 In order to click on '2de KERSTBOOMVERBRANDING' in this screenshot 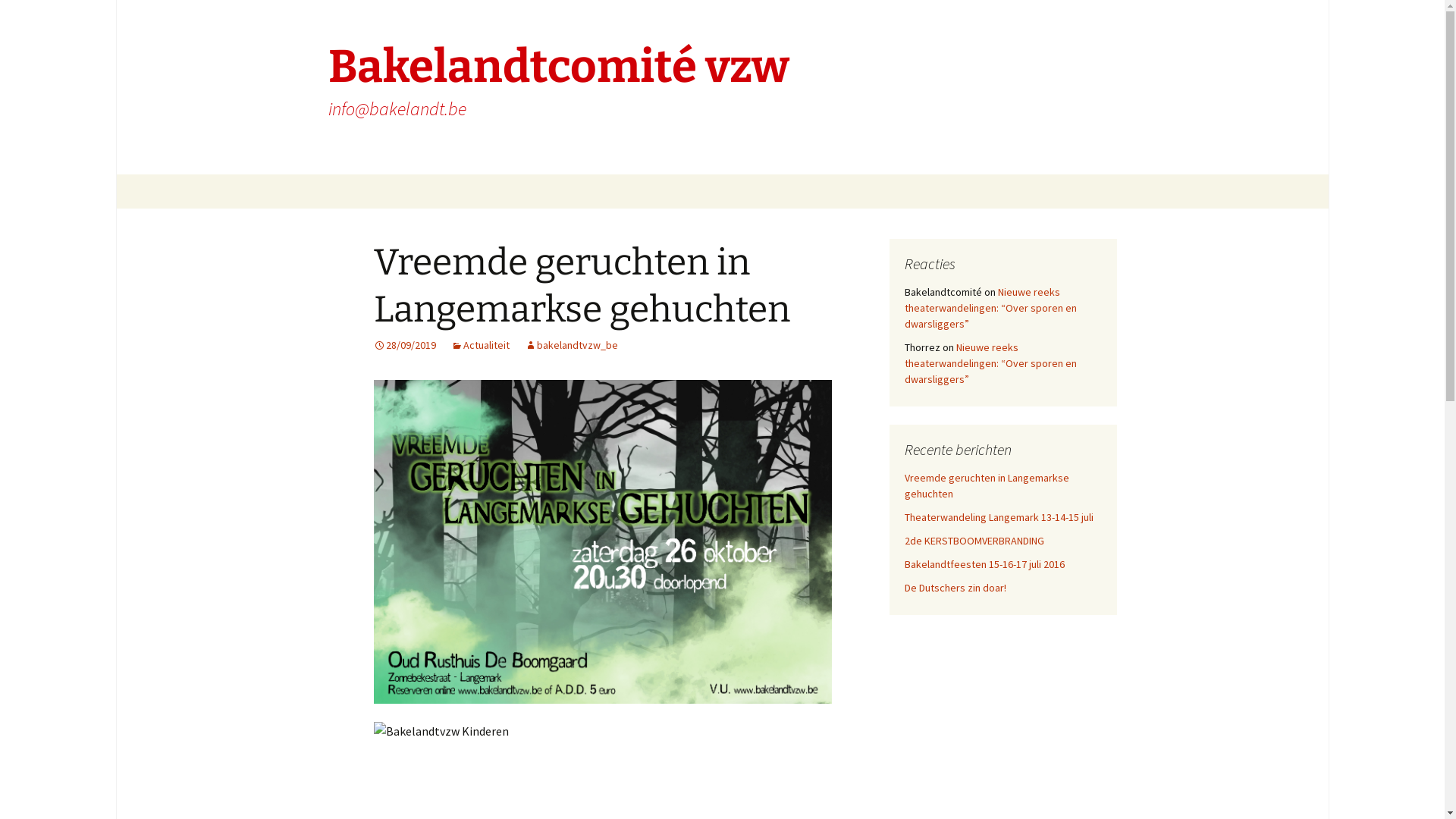, I will do `click(973, 540)`.